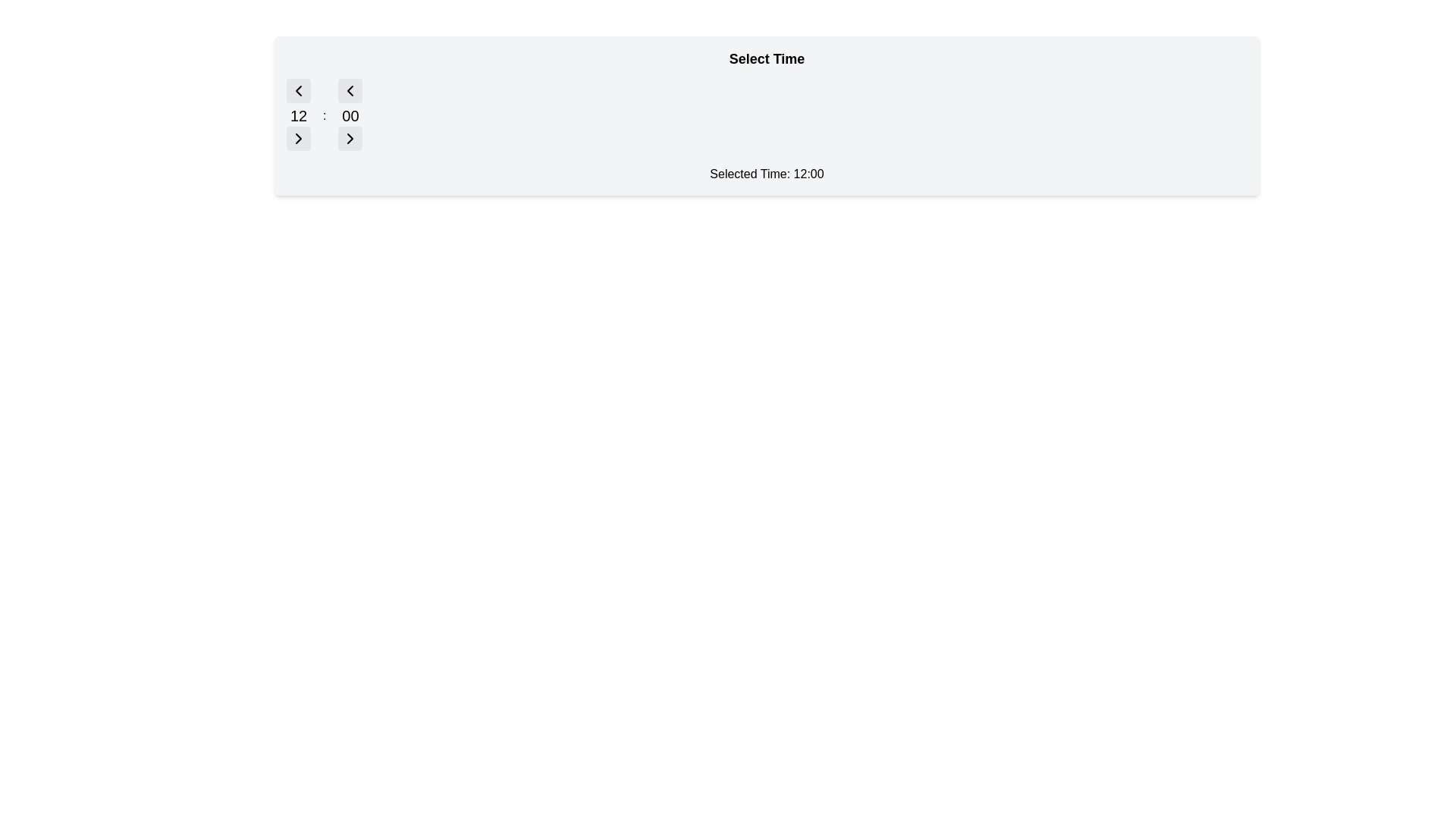 This screenshot has width=1456, height=819. What do you see at coordinates (350, 138) in the screenshot?
I see `the chevron icon located in the bottom-right part of the four-button control section to decrease the minute value in the associated time selector interface` at bounding box center [350, 138].